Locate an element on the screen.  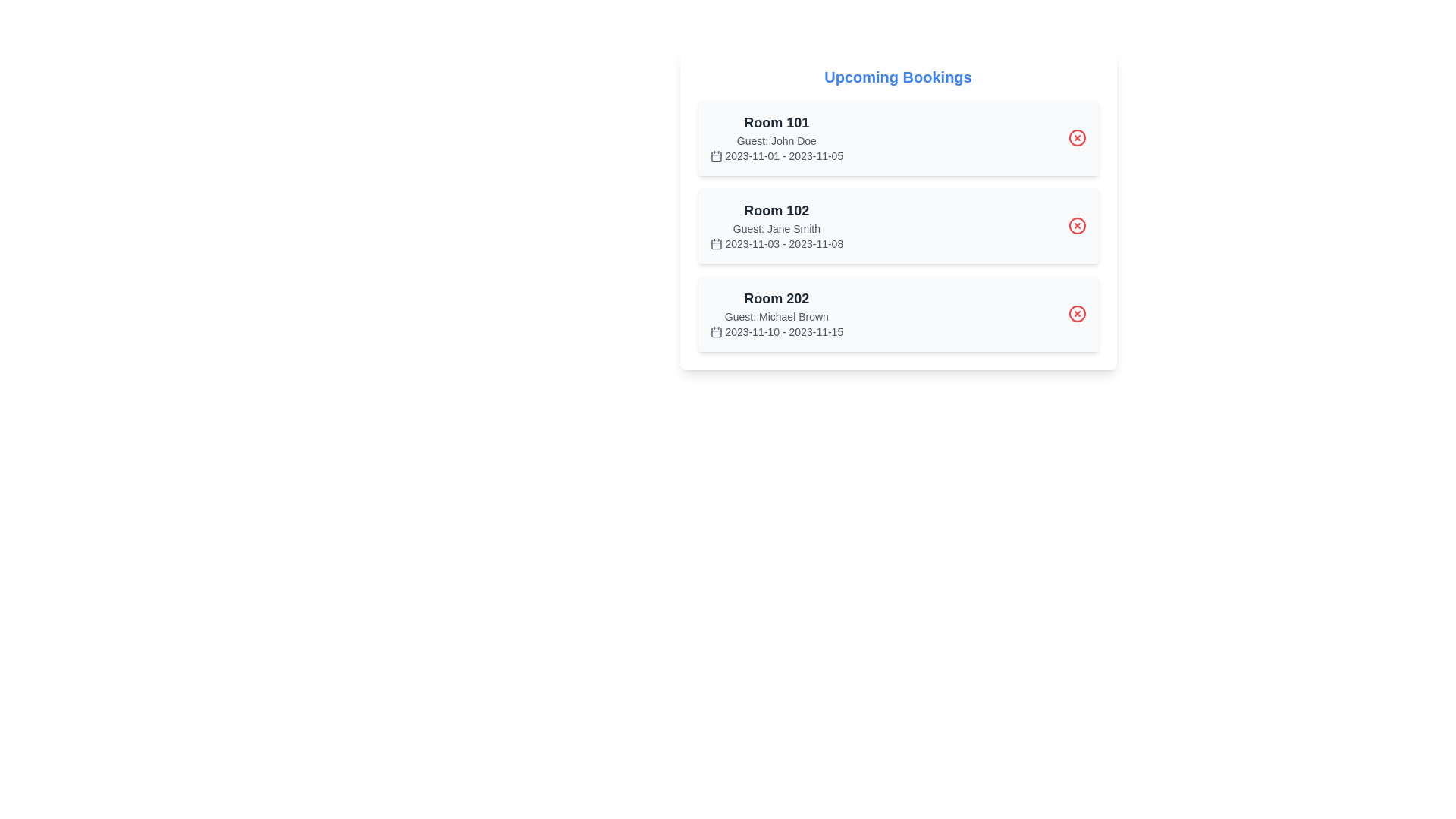
the summary card displaying the hotel room booking details, which includes the room number, guest's name, and booking duration, located at the top of the vertical list of booking items is located at coordinates (777, 137).